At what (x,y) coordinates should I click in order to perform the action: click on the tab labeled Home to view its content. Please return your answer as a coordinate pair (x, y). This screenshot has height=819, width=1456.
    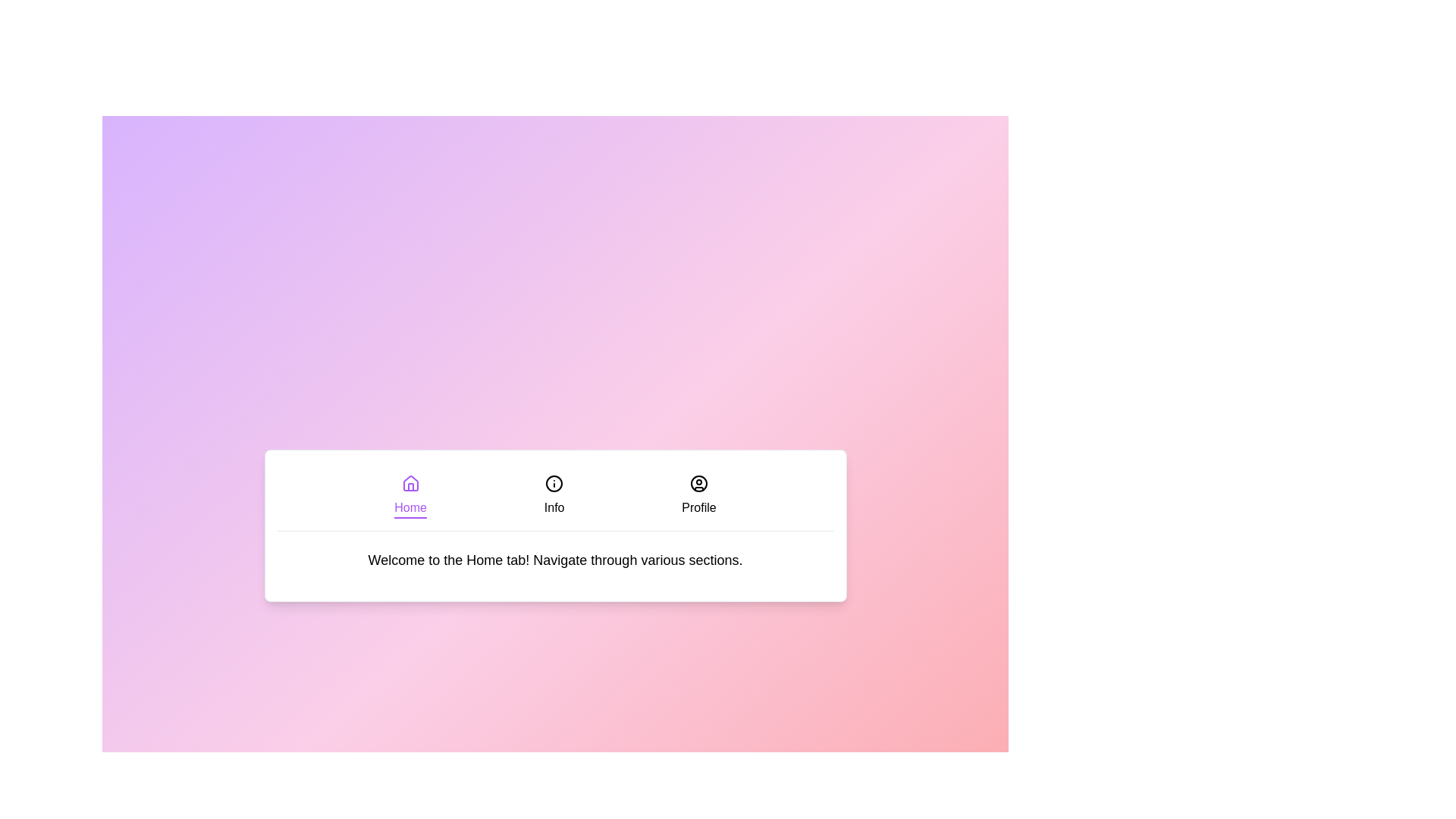
    Looking at the image, I should click on (410, 496).